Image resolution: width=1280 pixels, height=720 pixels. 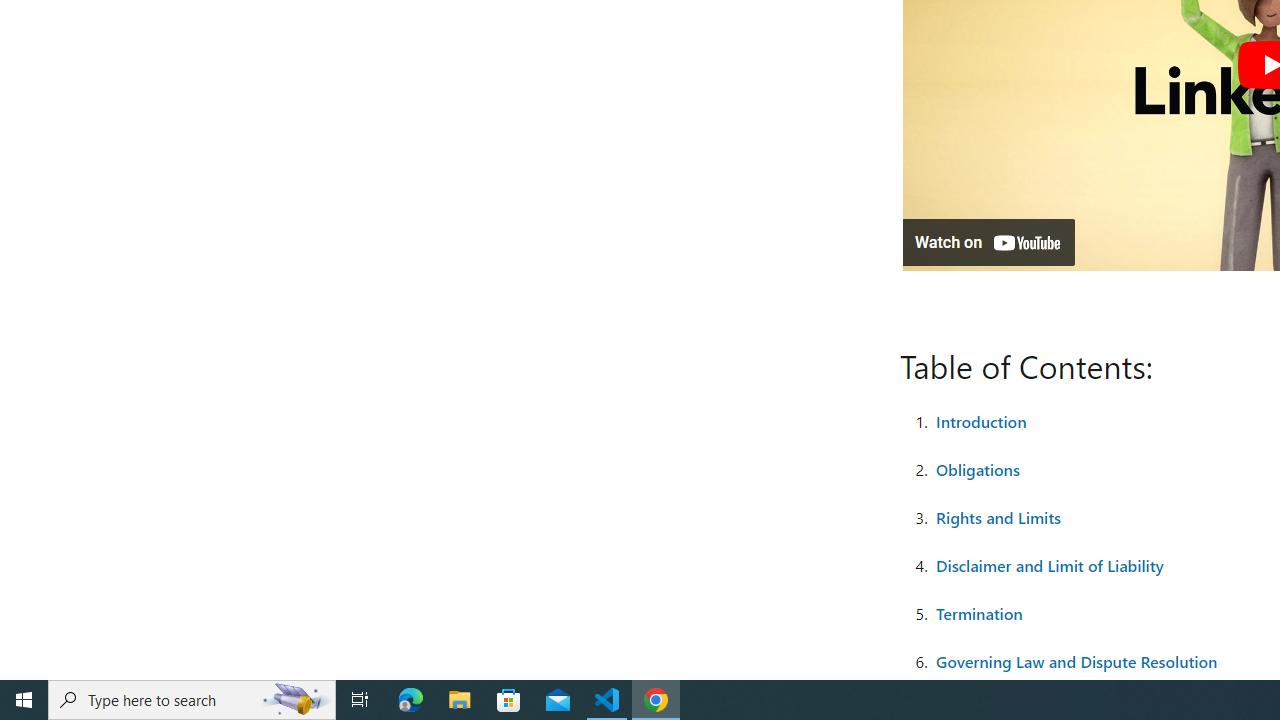 What do you see at coordinates (998, 515) in the screenshot?
I see `'Rights and Limits'` at bounding box center [998, 515].